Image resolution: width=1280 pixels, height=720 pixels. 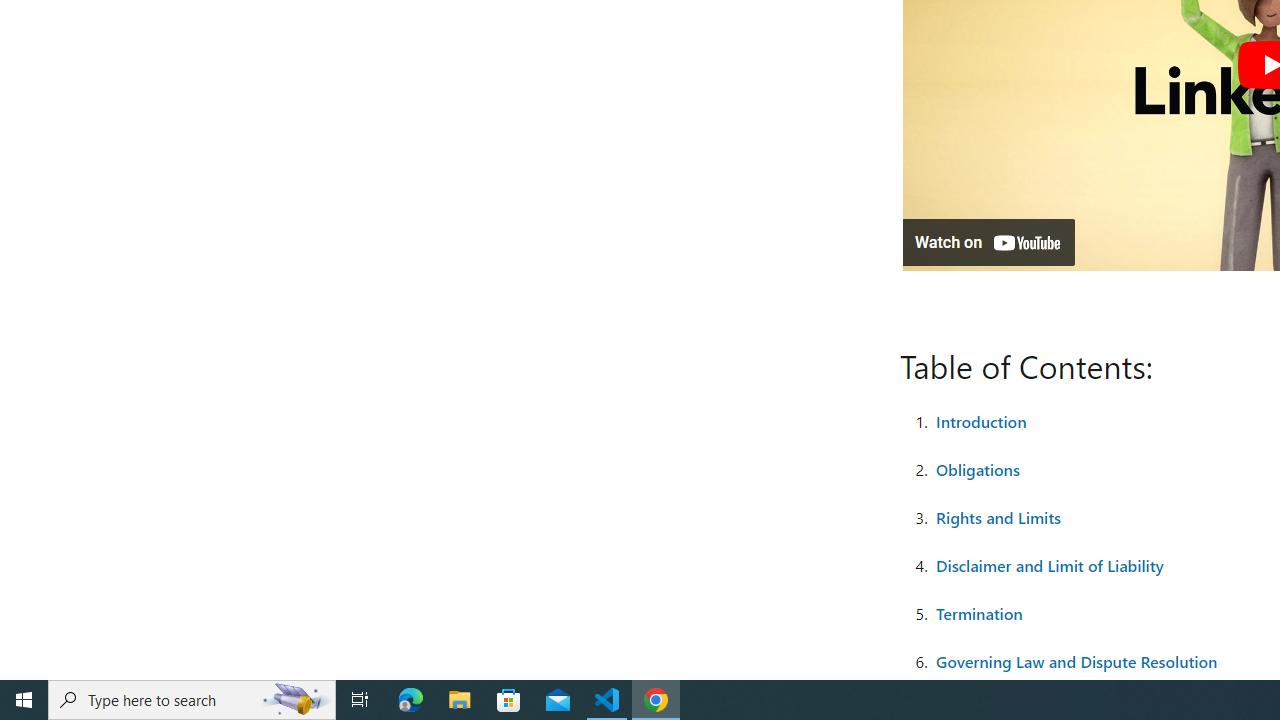 What do you see at coordinates (998, 515) in the screenshot?
I see `'Rights and Limits'` at bounding box center [998, 515].